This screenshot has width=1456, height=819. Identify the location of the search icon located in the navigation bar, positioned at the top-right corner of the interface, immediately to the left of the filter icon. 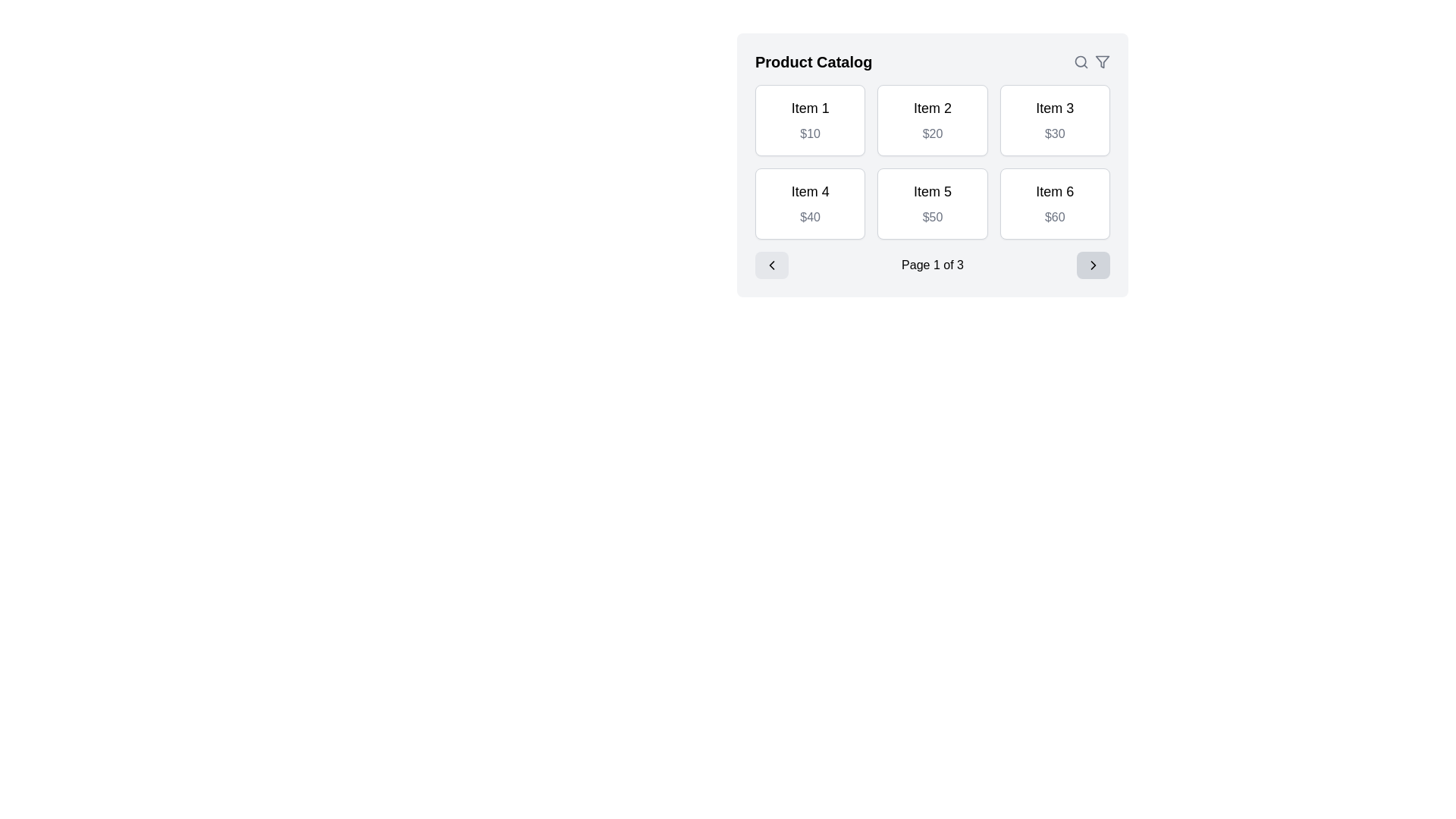
(1080, 61).